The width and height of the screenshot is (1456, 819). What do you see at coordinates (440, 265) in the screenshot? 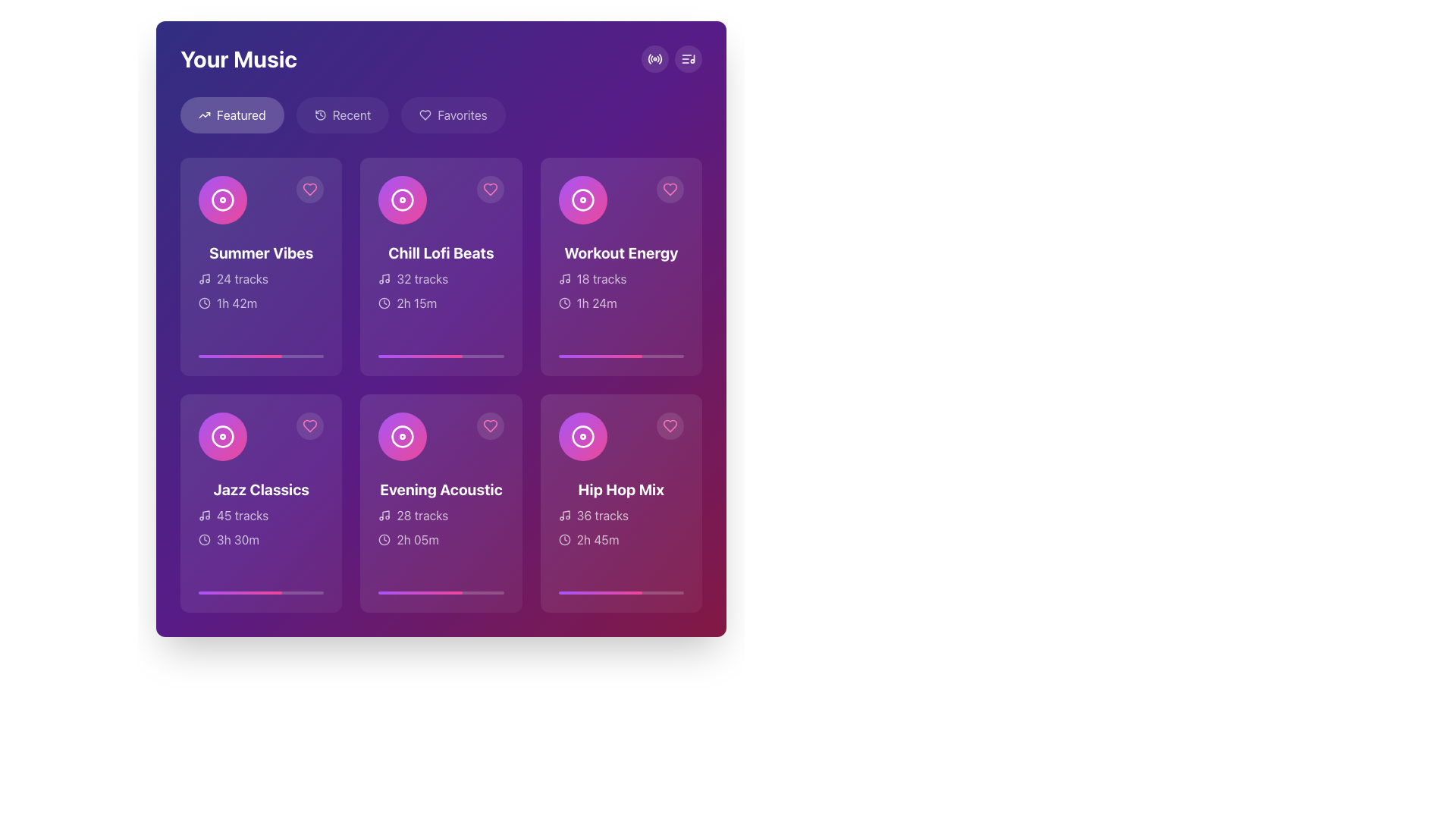
I see `the 'Chill Lofi Beats' playlist card` at bounding box center [440, 265].